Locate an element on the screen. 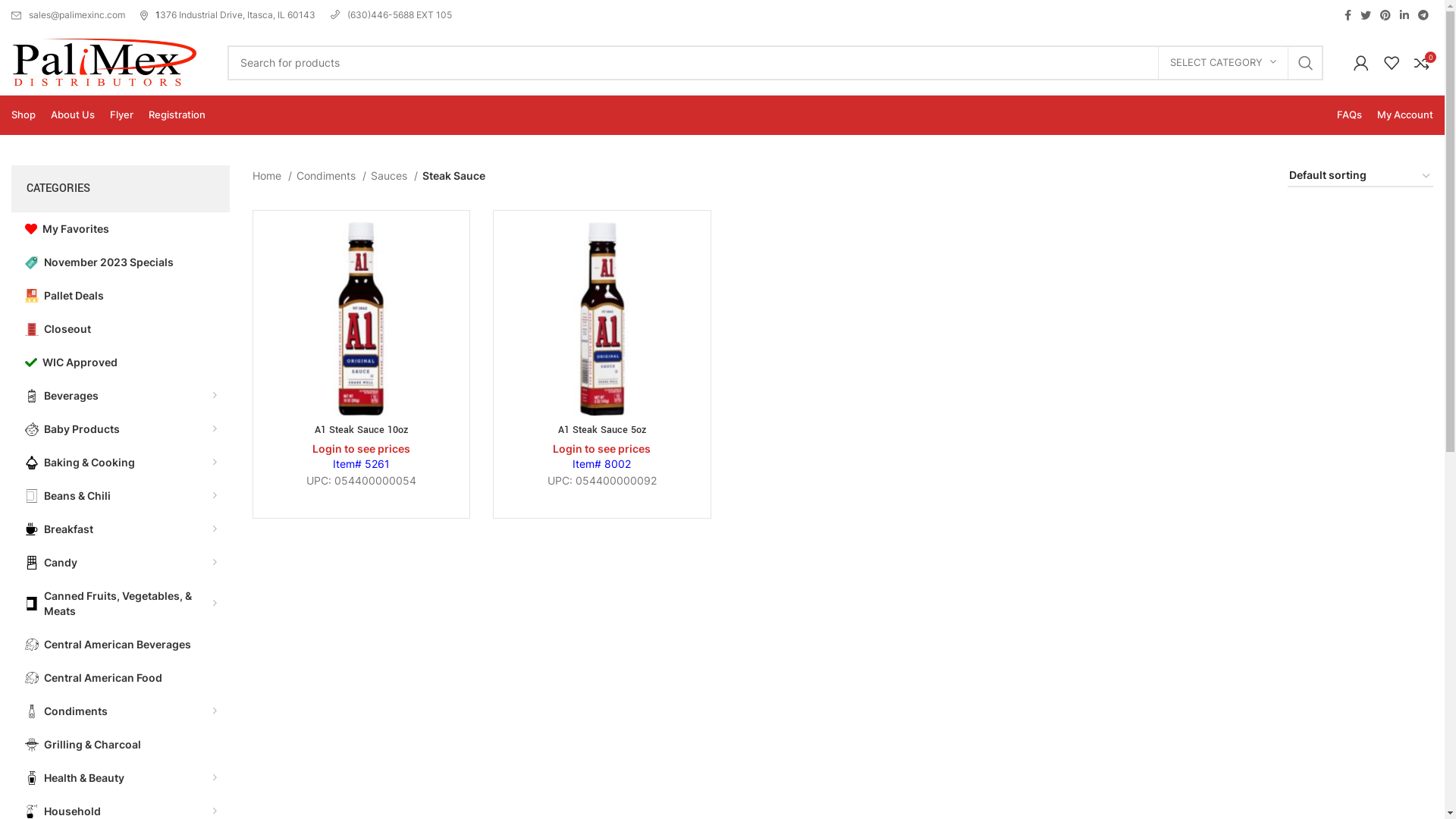 The image size is (1456, 819). 'Breakfast' is located at coordinates (119, 529).